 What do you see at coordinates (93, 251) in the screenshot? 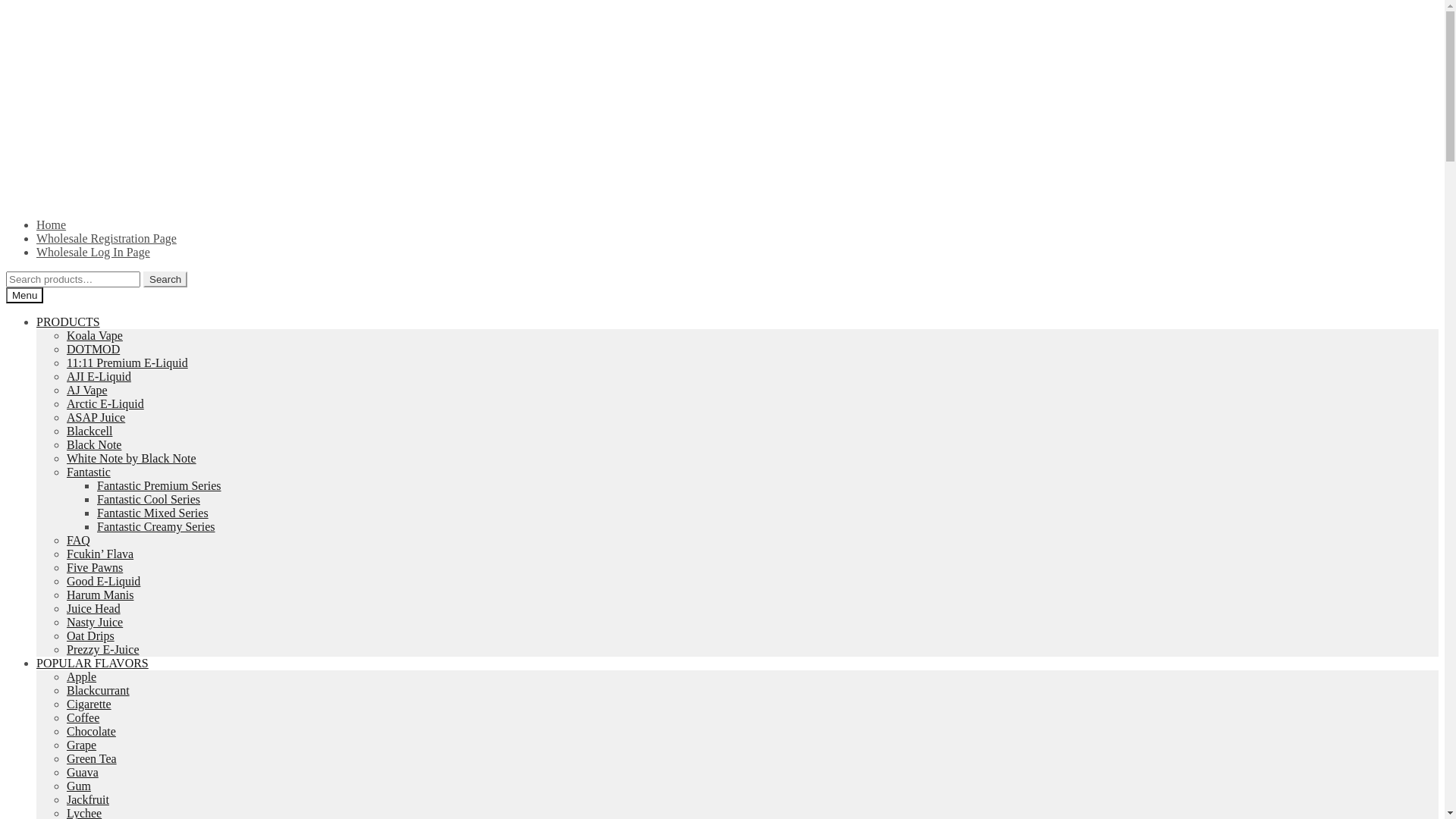
I see `'Wholesale Log In Page'` at bounding box center [93, 251].